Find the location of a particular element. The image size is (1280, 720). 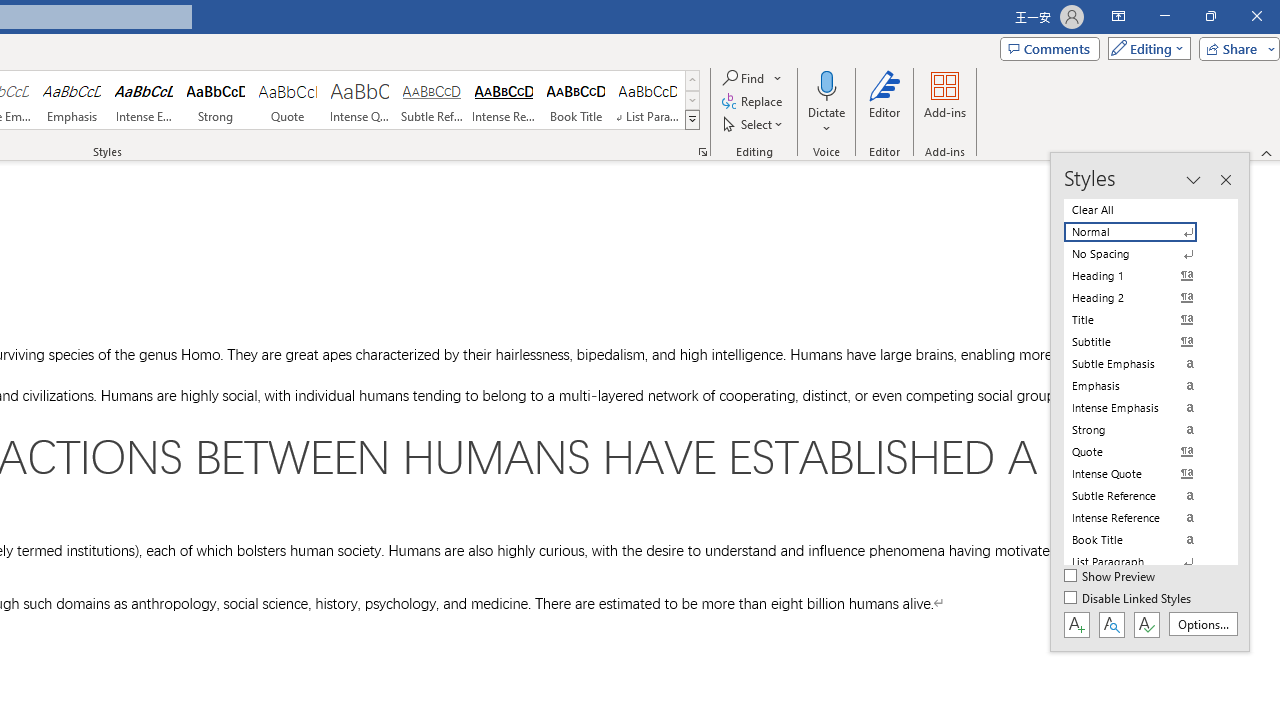

'Show Preview' is located at coordinates (1110, 577).